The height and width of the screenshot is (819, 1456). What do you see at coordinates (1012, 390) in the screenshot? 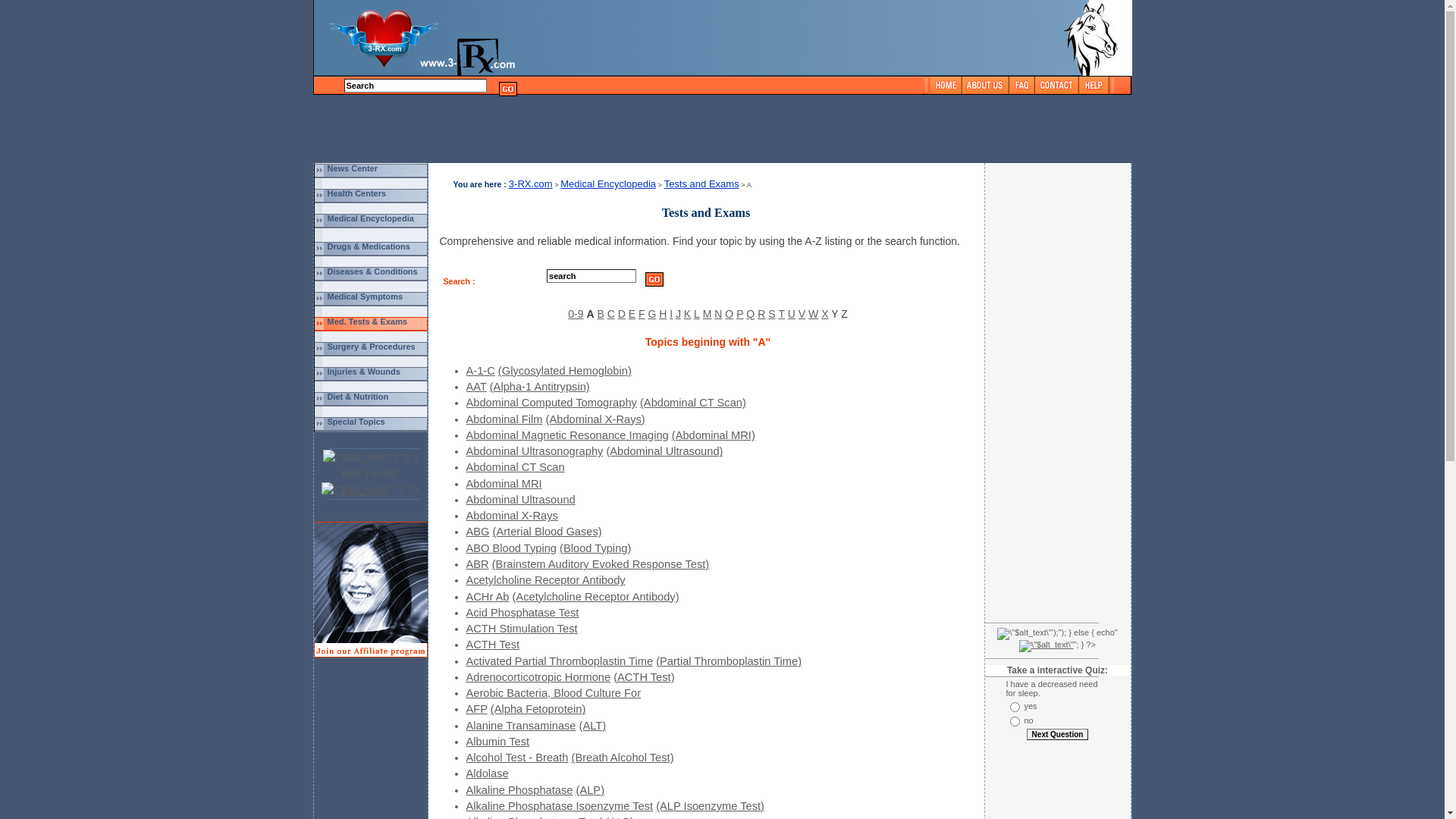
I see `'Advertisement'` at bounding box center [1012, 390].